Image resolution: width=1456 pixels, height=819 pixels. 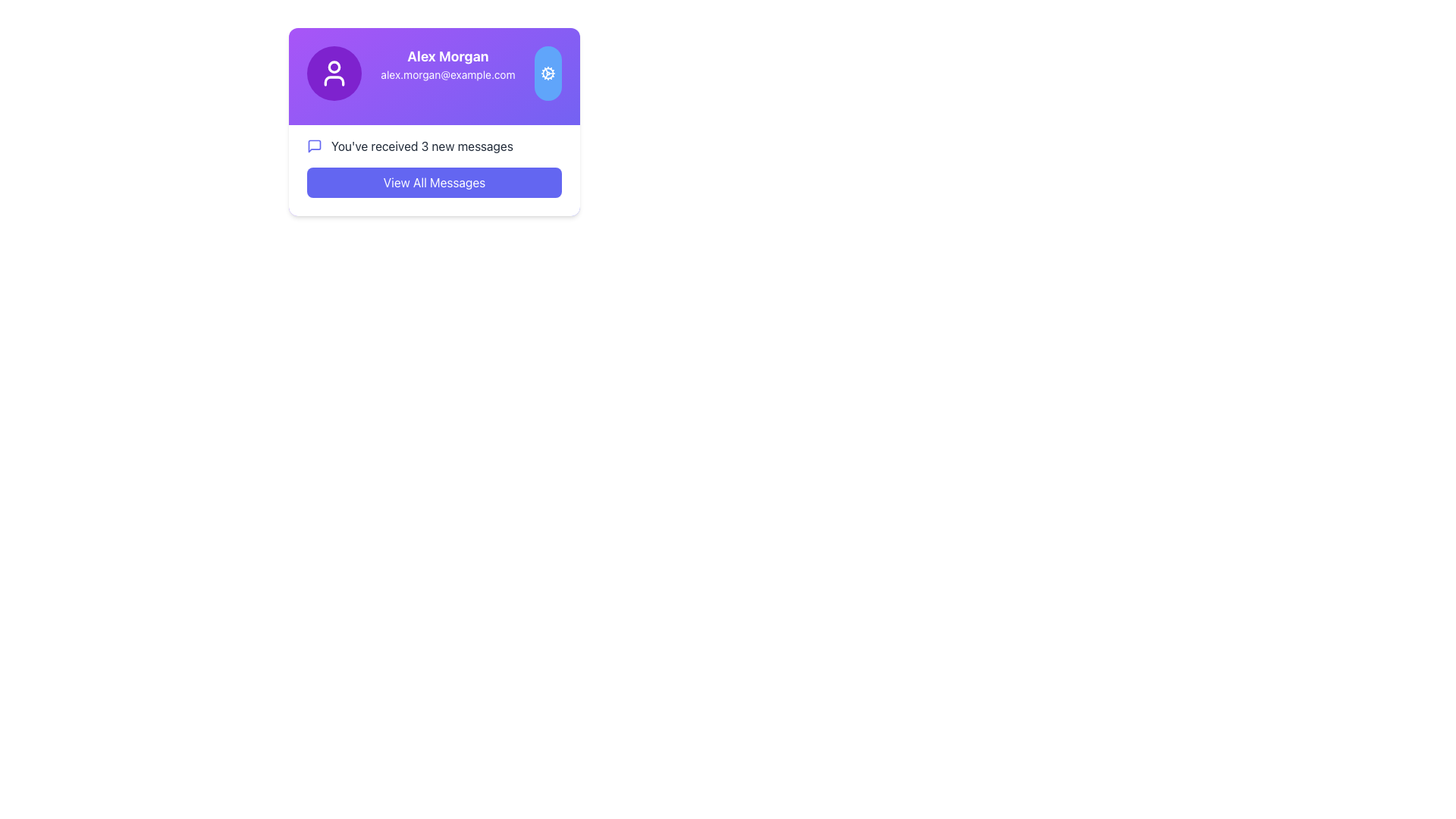 I want to click on the Icon Display Component representing the user profile located to the left of the text 'Alex Morgan' and 'alex.morgan@example.com', so click(x=334, y=73).